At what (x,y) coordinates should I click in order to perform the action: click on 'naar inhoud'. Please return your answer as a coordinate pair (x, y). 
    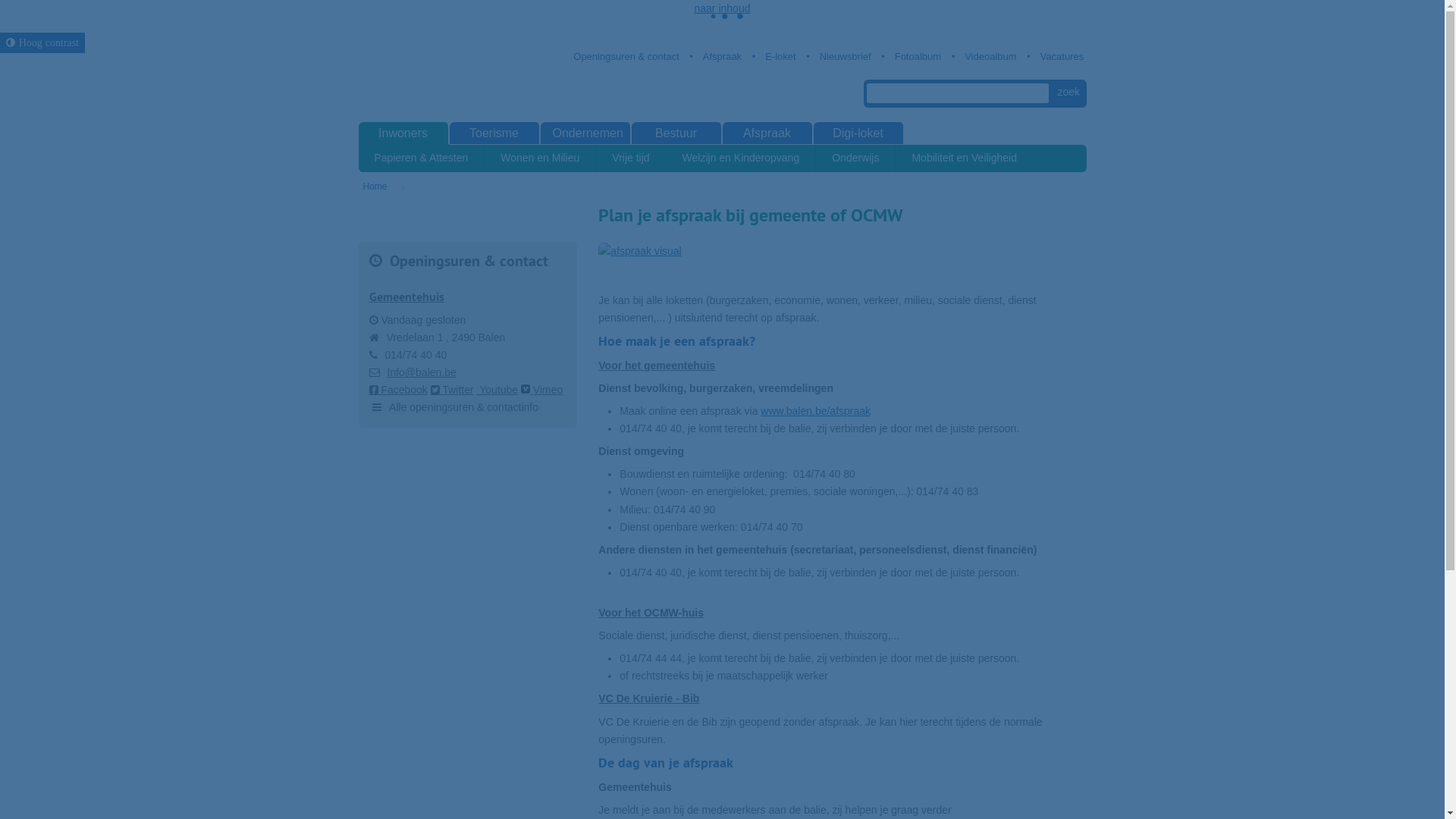
    Looking at the image, I should click on (722, 8).